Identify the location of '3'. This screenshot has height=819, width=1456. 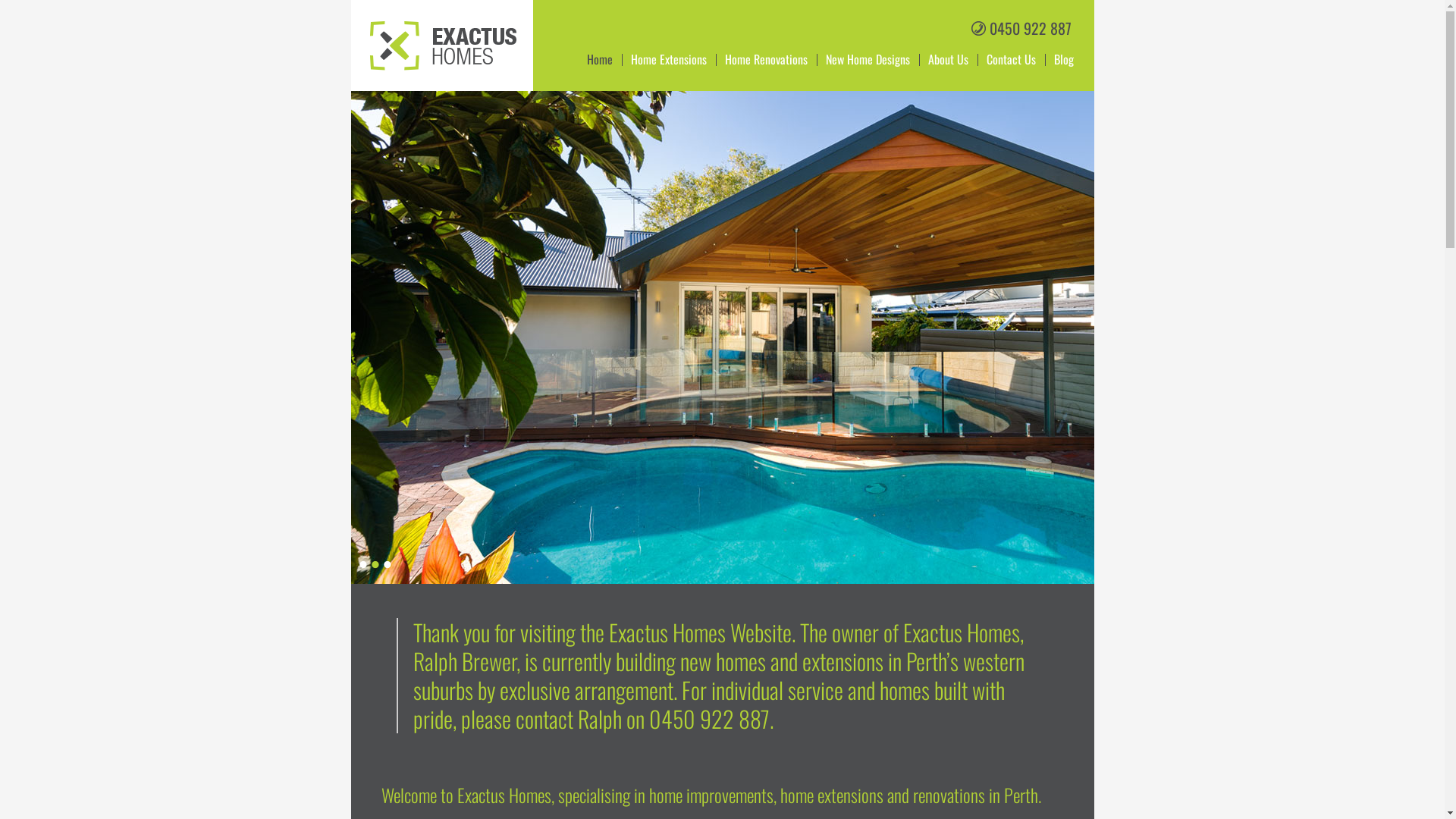
(386, 564).